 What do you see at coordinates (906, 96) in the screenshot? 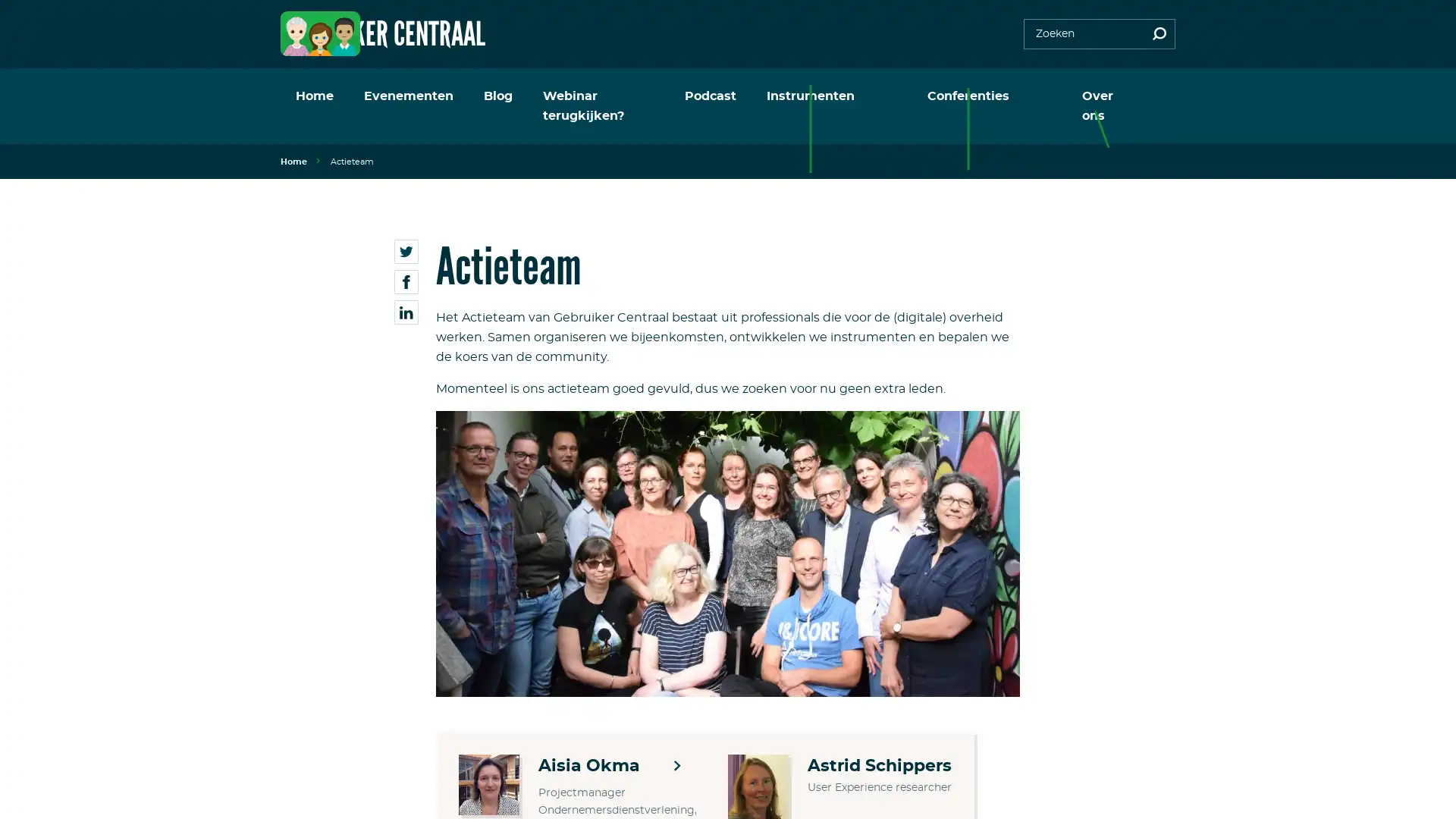
I see `Toon submenu voor Instrumenten` at bounding box center [906, 96].